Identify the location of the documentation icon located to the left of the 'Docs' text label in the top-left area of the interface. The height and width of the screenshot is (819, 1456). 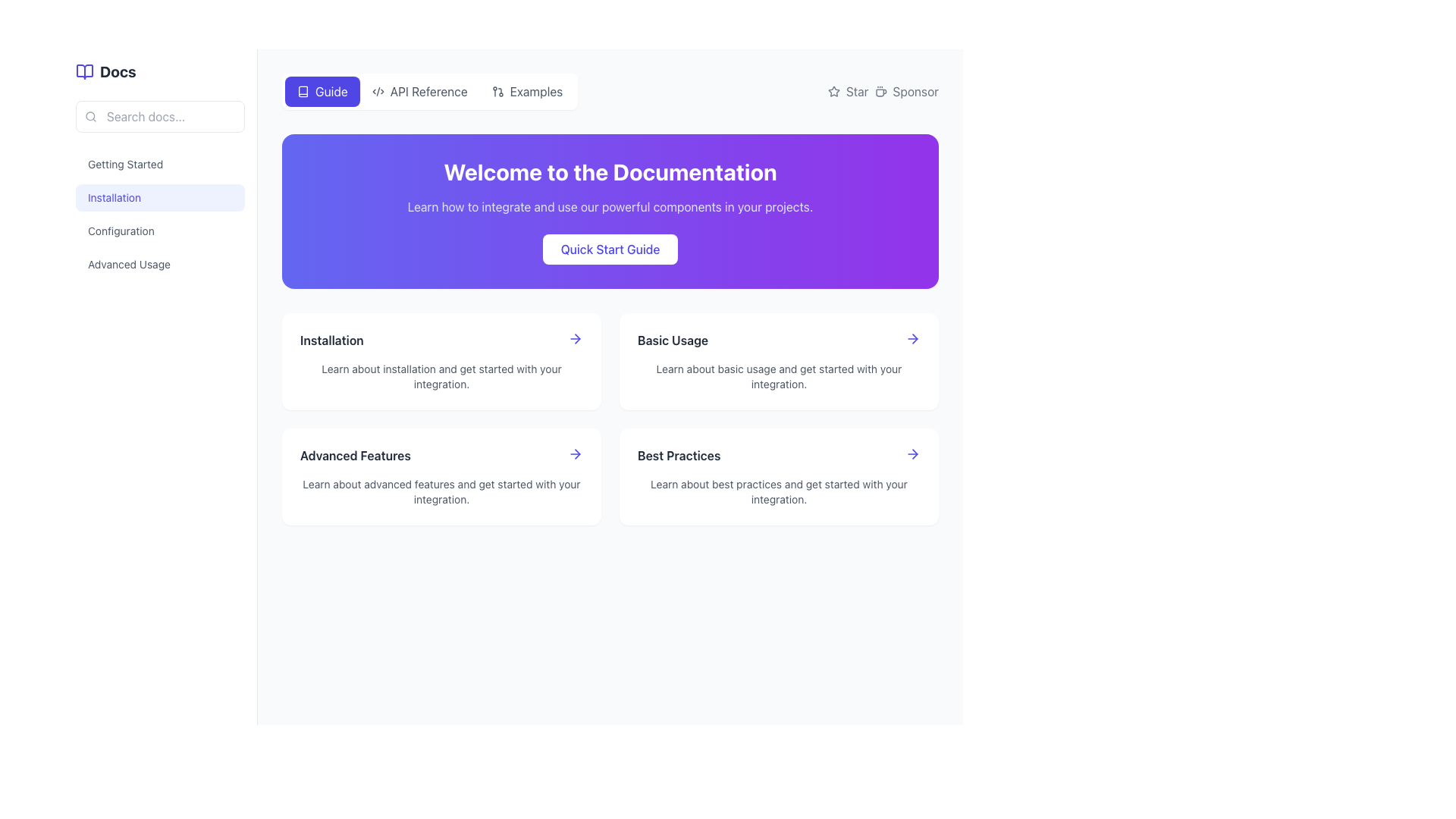
(83, 72).